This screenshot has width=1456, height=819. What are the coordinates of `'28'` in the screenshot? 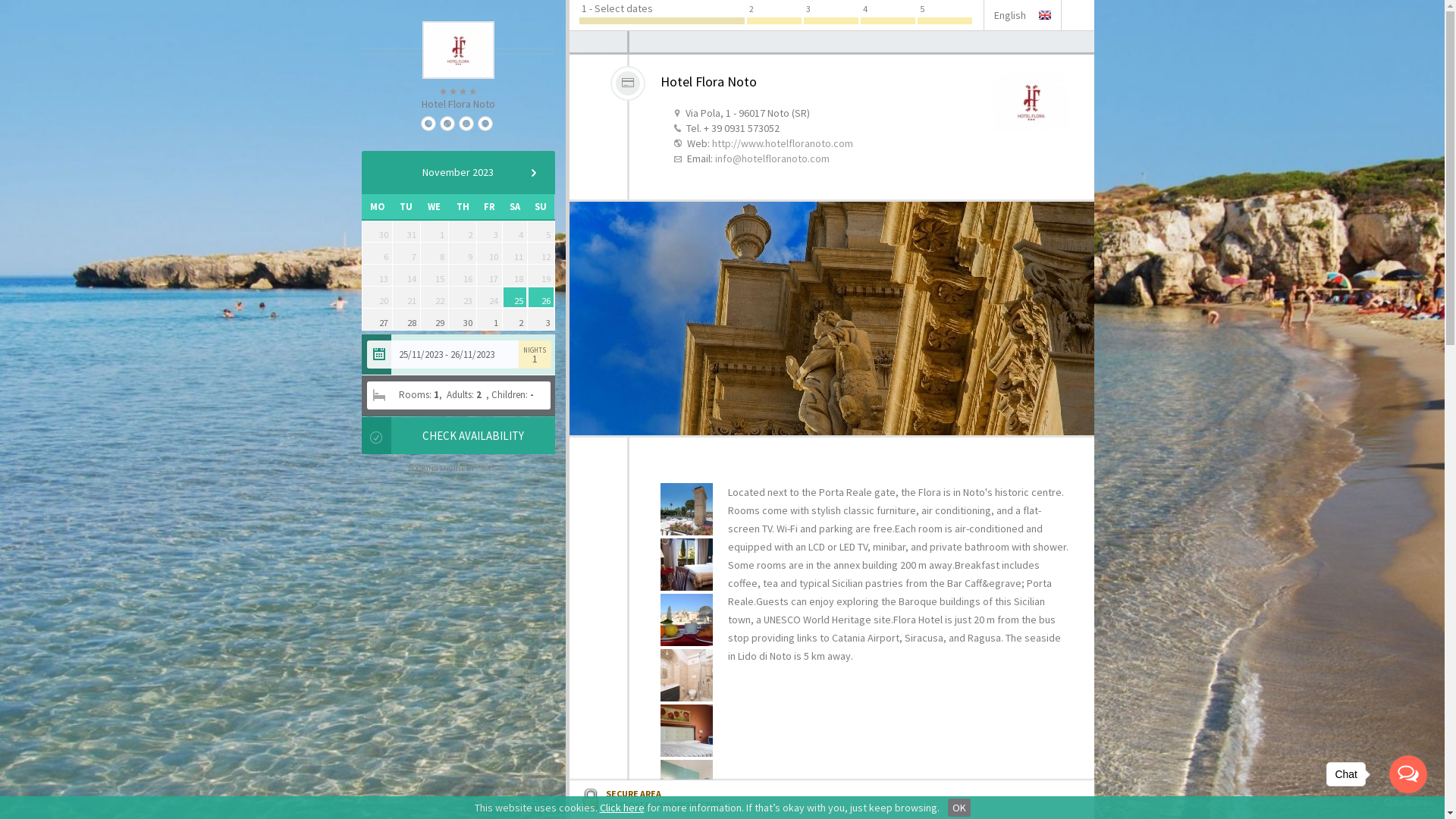 It's located at (406, 318).